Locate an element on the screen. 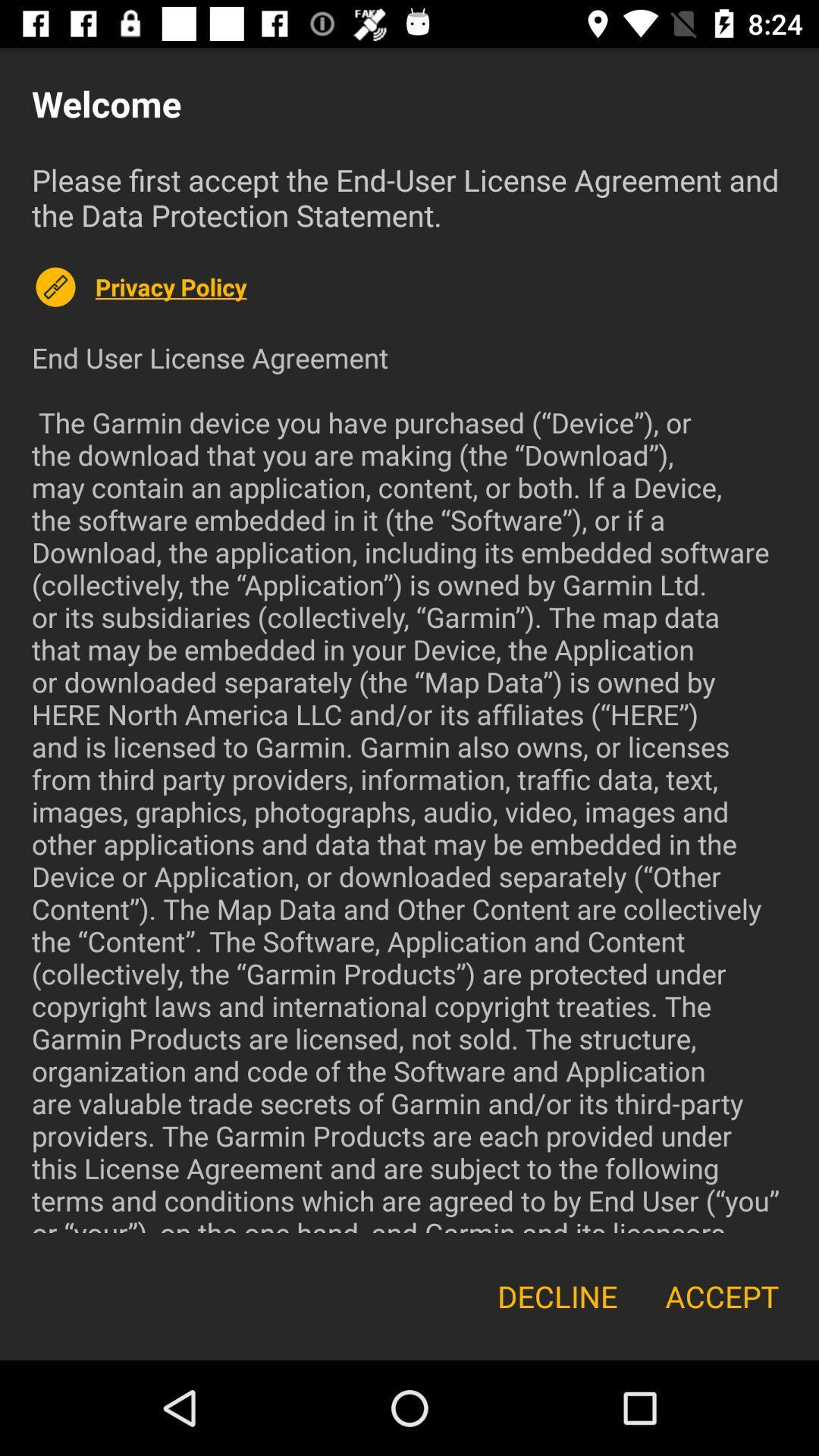 The height and width of the screenshot is (1456, 819). decline icon is located at coordinates (557, 1295).